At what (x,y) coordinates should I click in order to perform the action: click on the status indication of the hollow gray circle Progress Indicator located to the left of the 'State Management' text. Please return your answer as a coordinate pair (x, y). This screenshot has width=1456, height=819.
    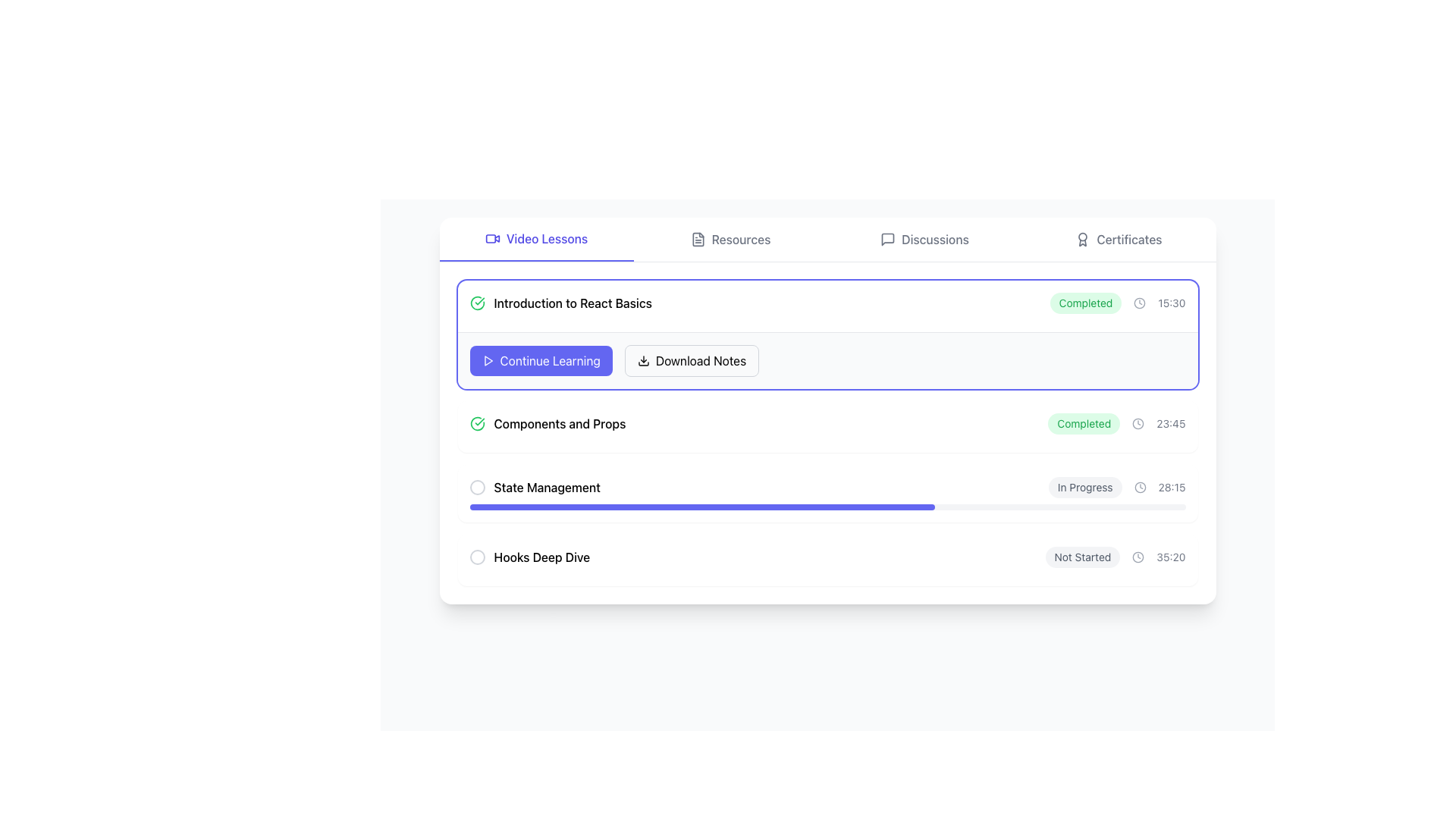
    Looking at the image, I should click on (476, 488).